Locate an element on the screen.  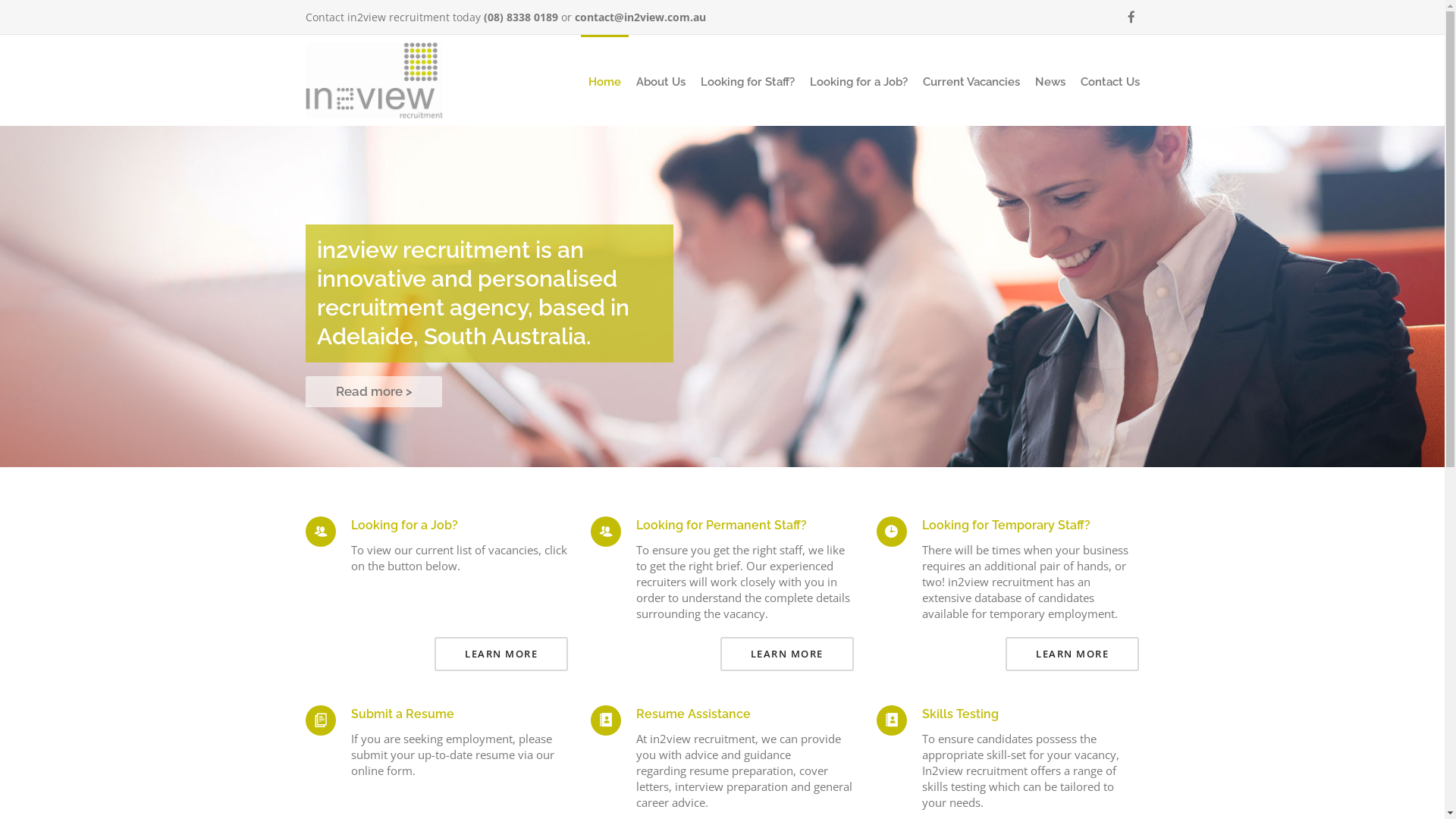
'Contact Us' is located at coordinates (1109, 82).